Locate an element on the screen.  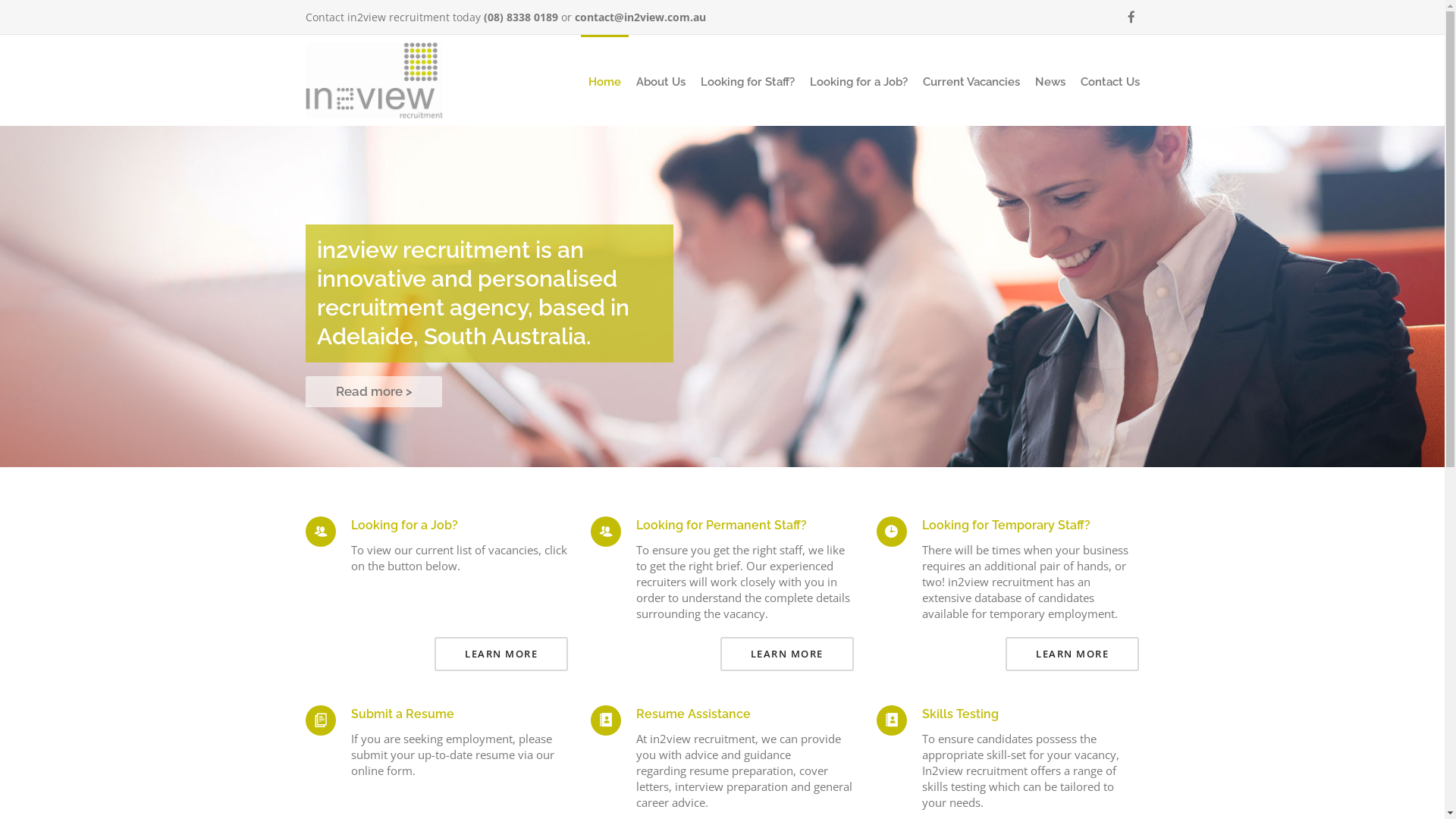
'Contact Us' is located at coordinates (1109, 82).